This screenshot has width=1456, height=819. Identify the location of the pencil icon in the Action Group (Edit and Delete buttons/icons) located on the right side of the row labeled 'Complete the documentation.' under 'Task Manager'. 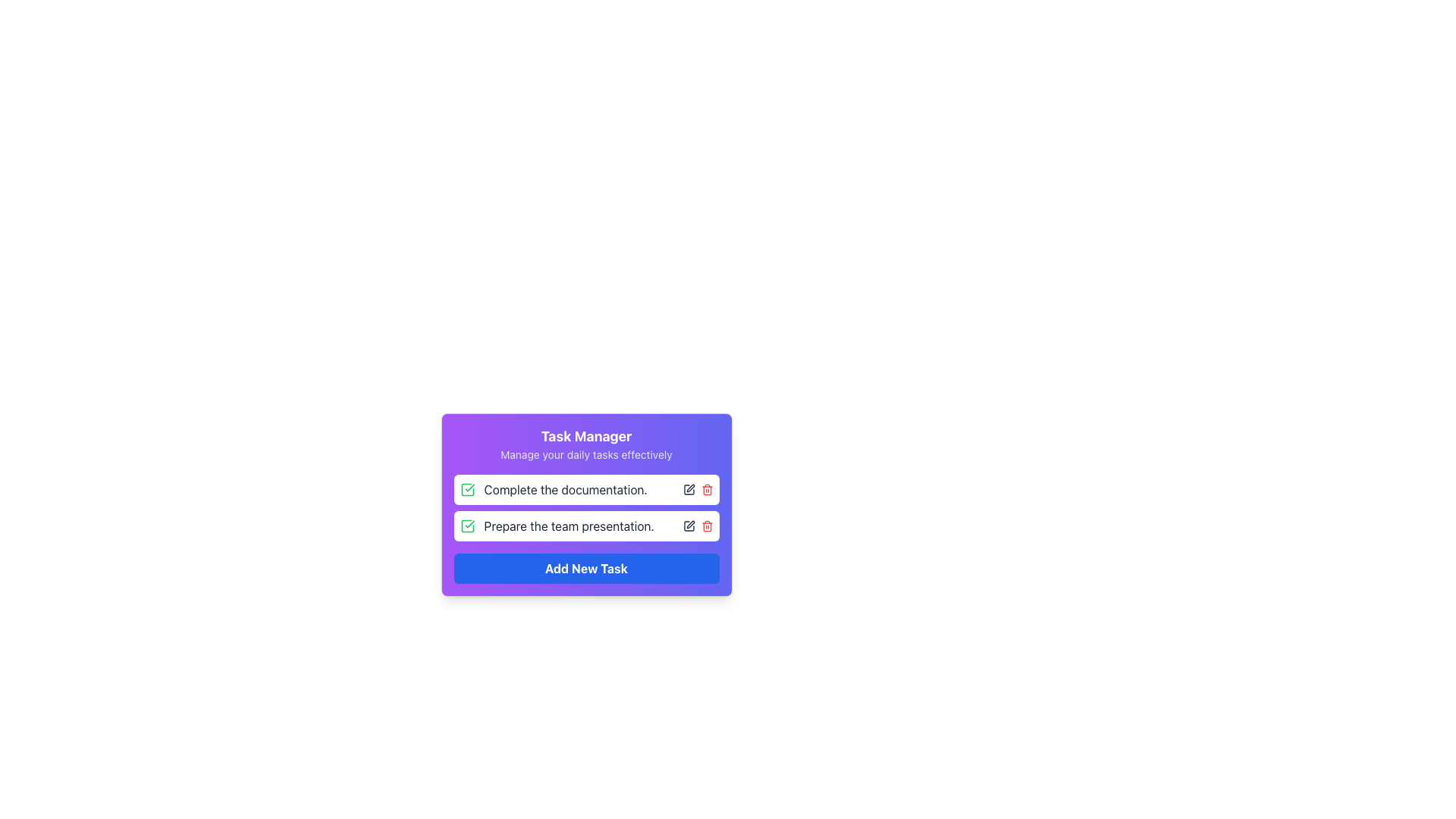
(697, 489).